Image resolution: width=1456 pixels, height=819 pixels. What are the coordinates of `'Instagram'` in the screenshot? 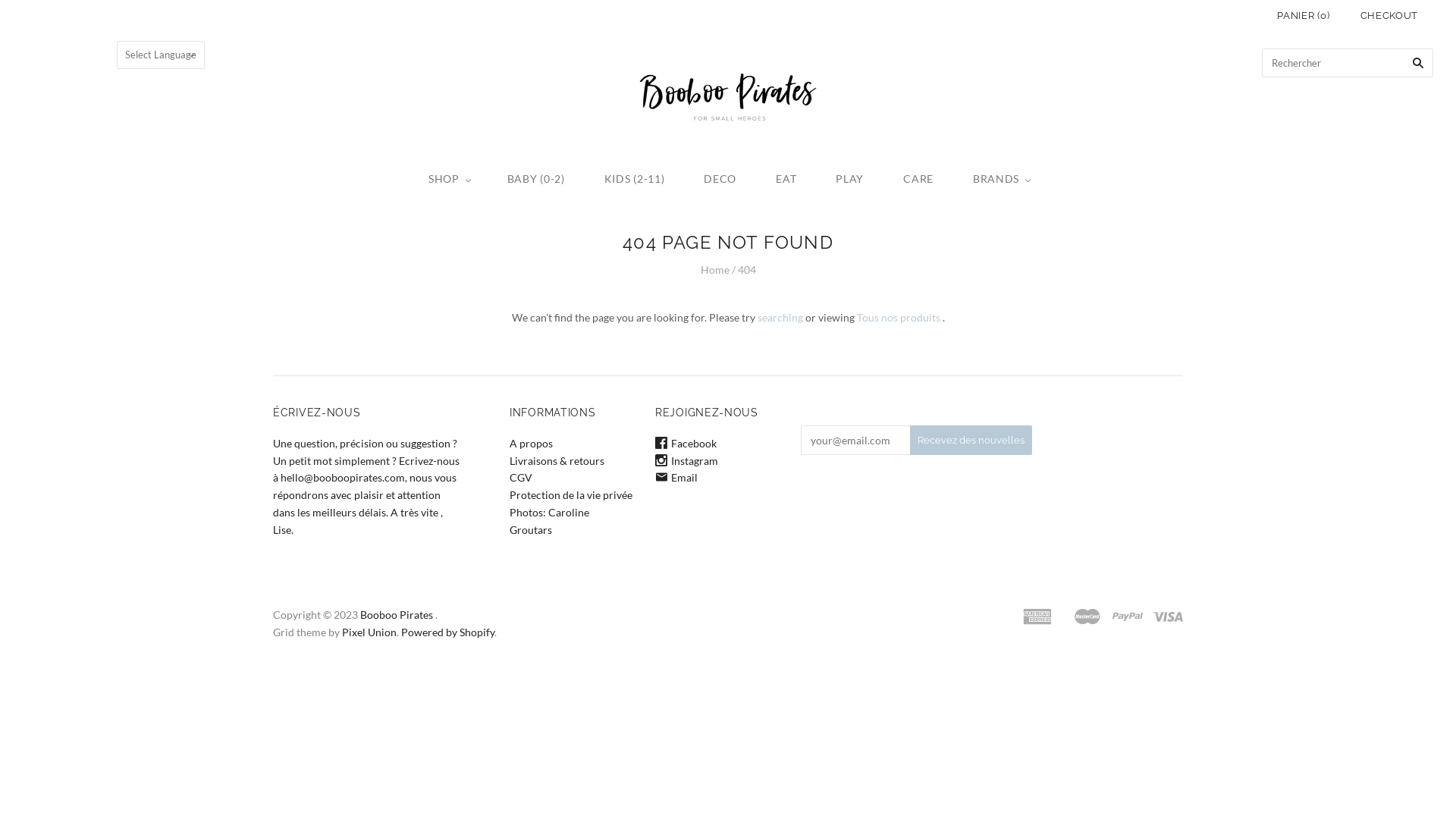 It's located at (686, 460).